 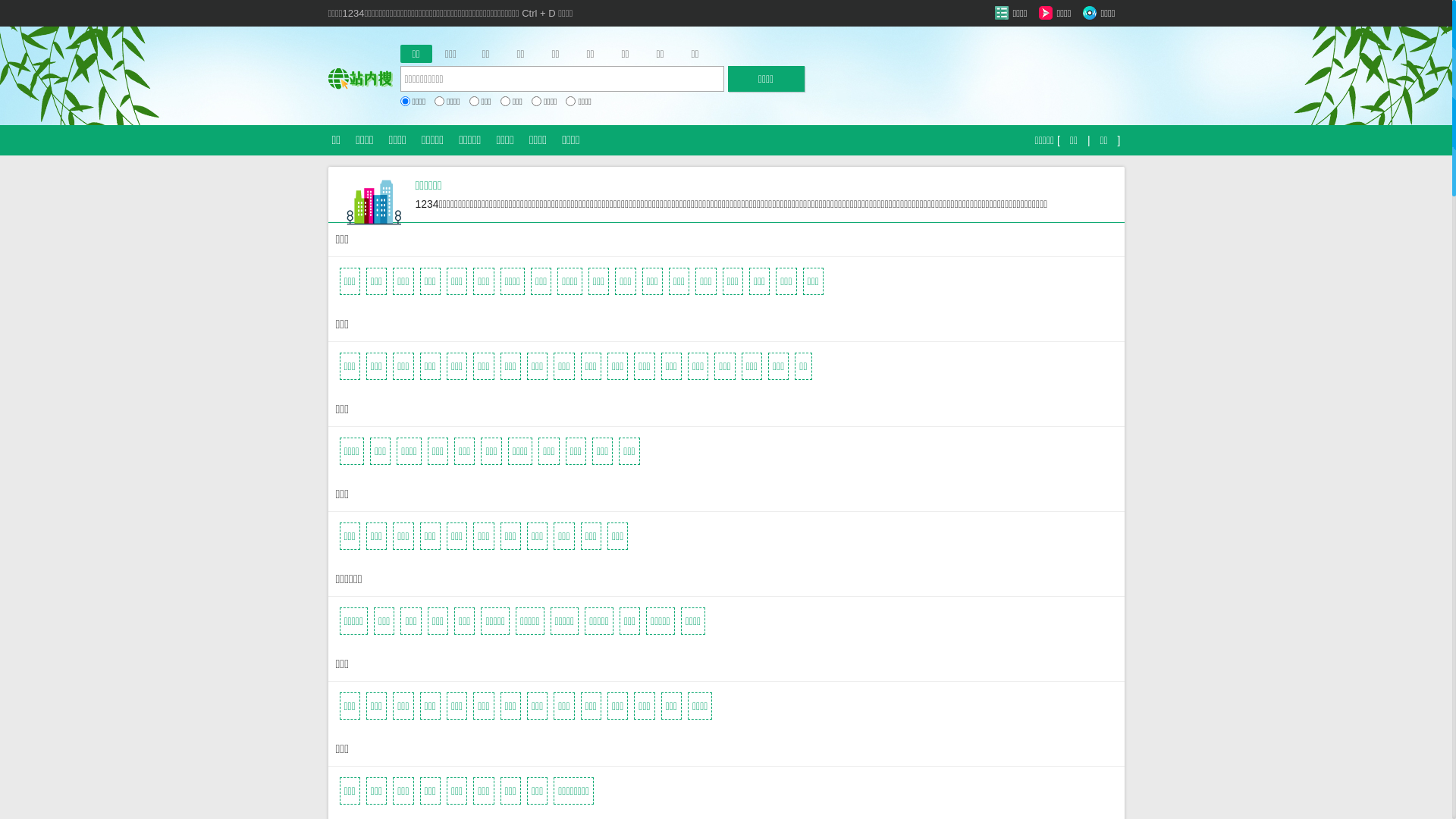 What do you see at coordinates (564, 101) in the screenshot?
I see `'on'` at bounding box center [564, 101].